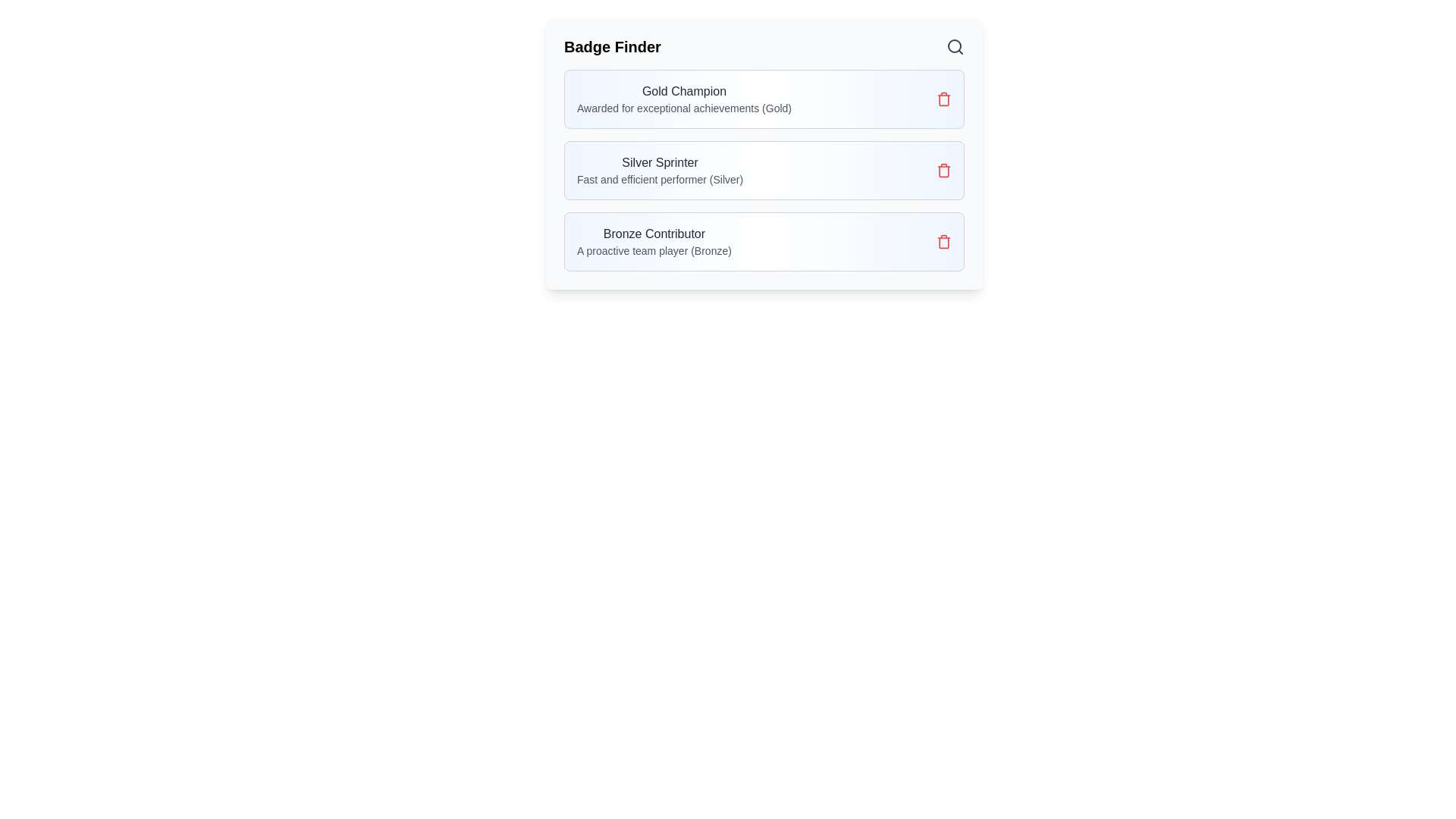 This screenshot has width=1456, height=819. Describe the element at coordinates (654, 241) in the screenshot. I see `title and description of the 'Bronze Contributor' badge from the text component located in the third badge card under the 'Badge Finder' heading` at that location.